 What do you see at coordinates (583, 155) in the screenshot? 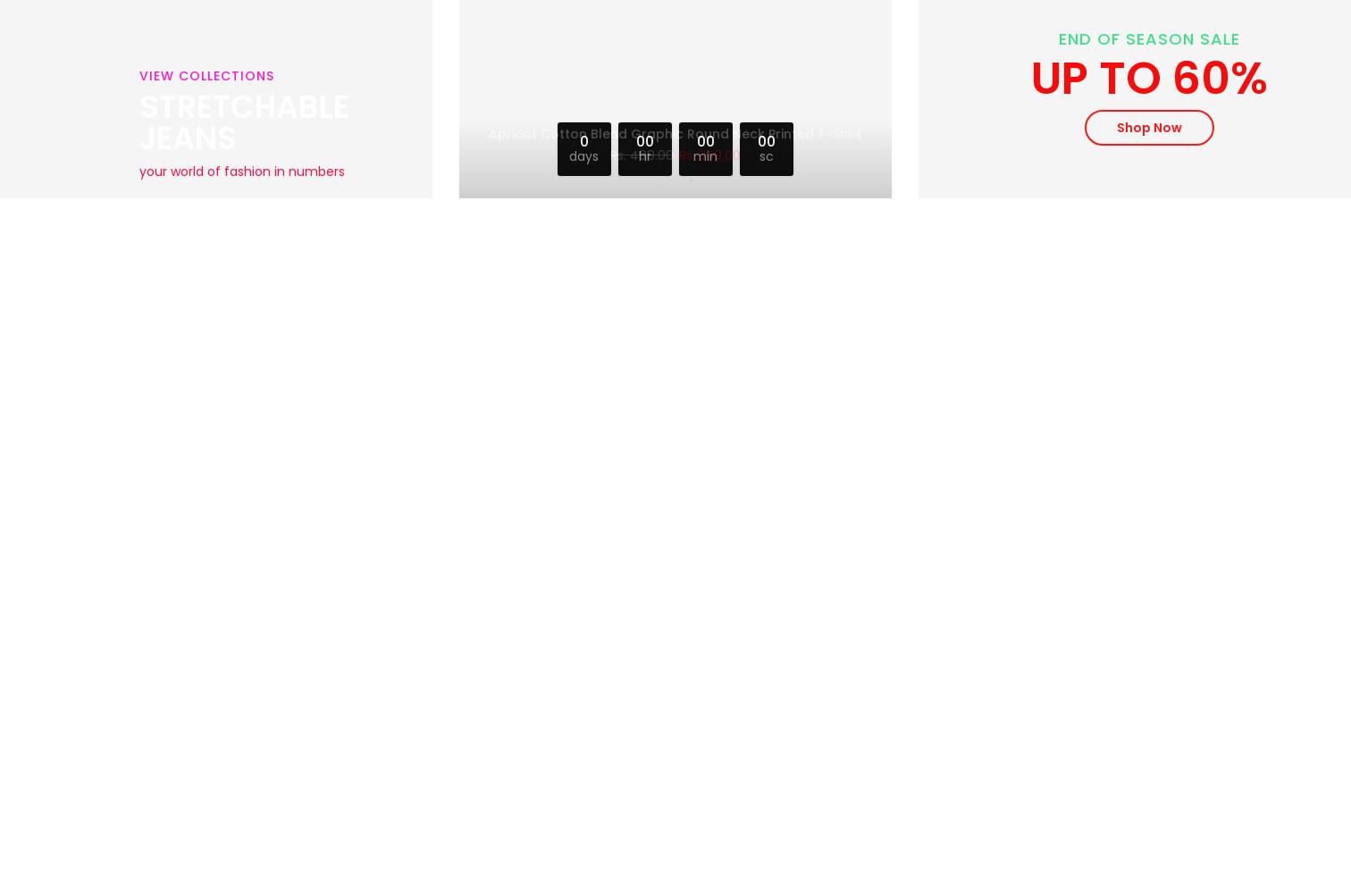
I see `'days'` at bounding box center [583, 155].